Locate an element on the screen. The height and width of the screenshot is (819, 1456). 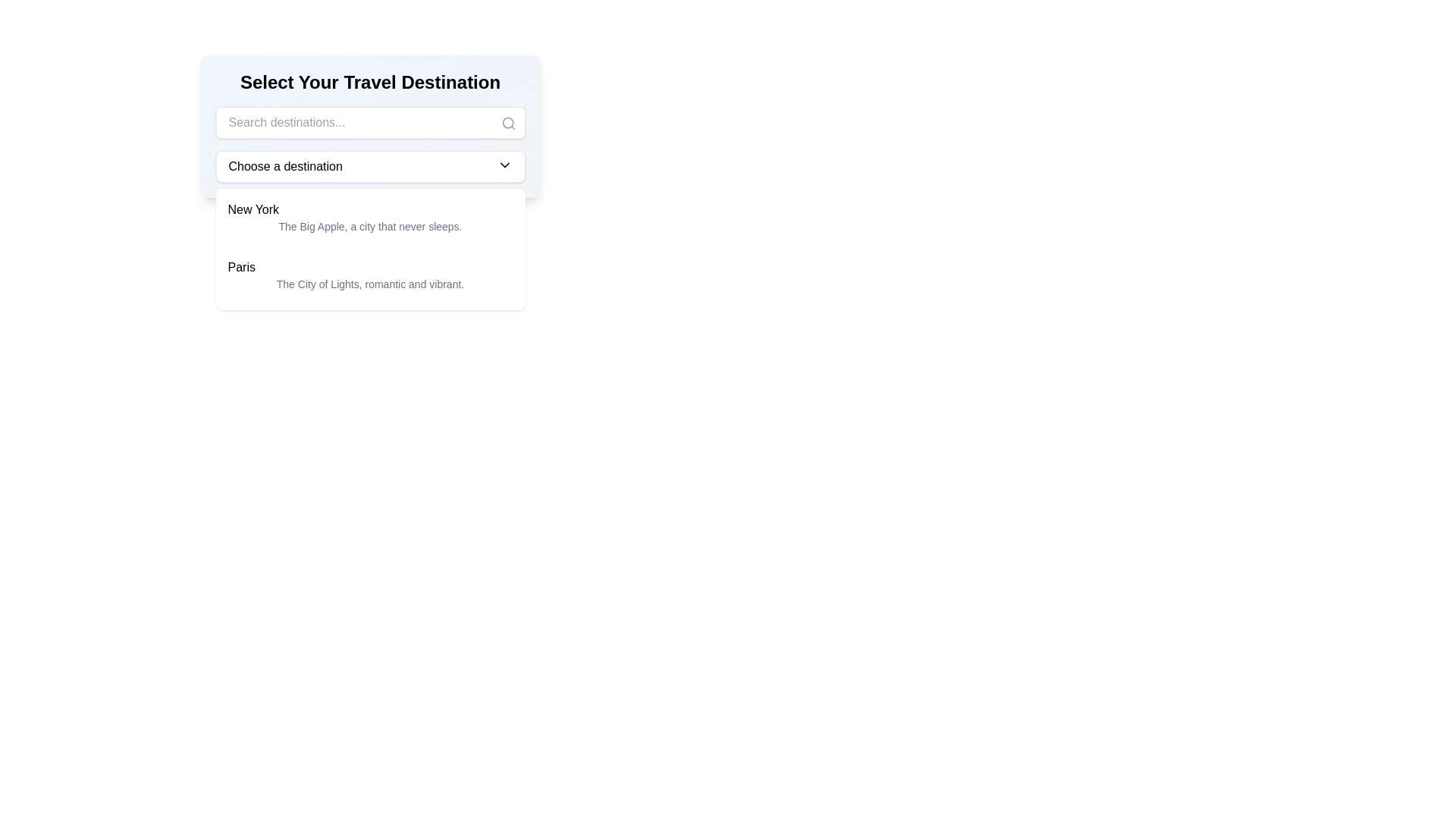
the visual state of the central circle of the 'search' icon located in the placeholder input 'Search destinations...' is located at coordinates (507, 122).